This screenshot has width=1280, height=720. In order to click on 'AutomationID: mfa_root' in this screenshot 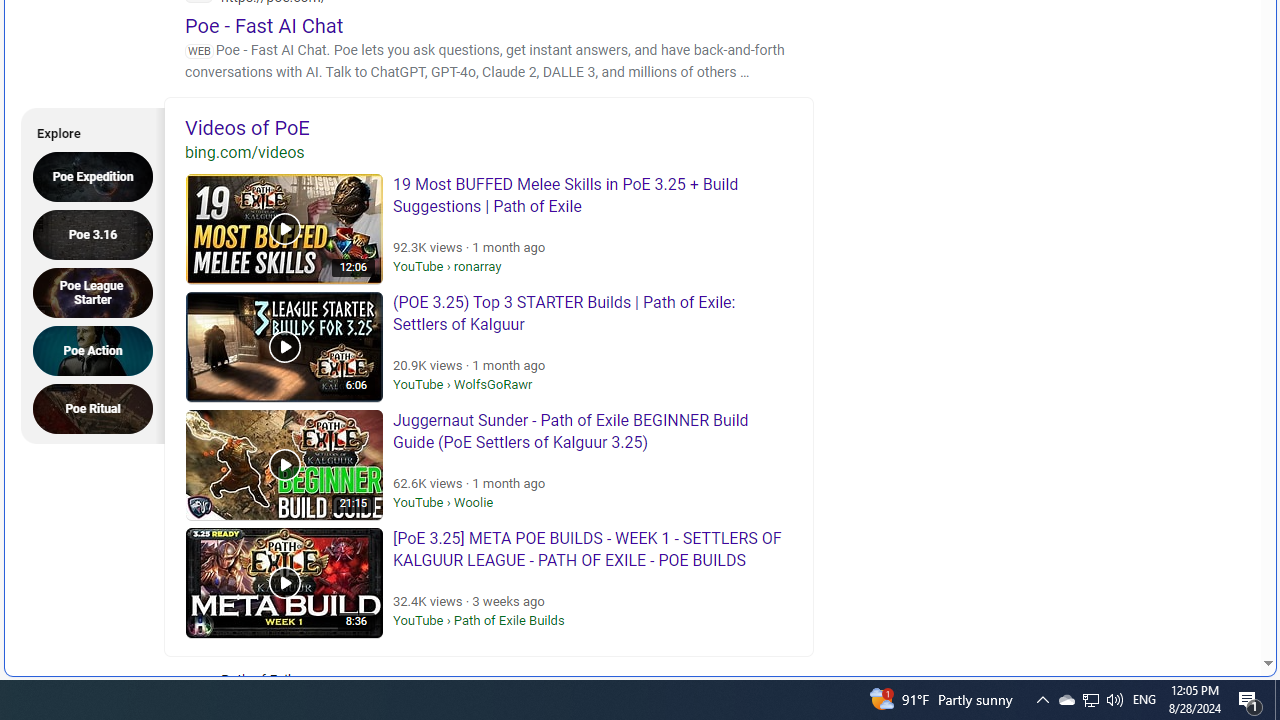, I will do `click(1192, 602)`.